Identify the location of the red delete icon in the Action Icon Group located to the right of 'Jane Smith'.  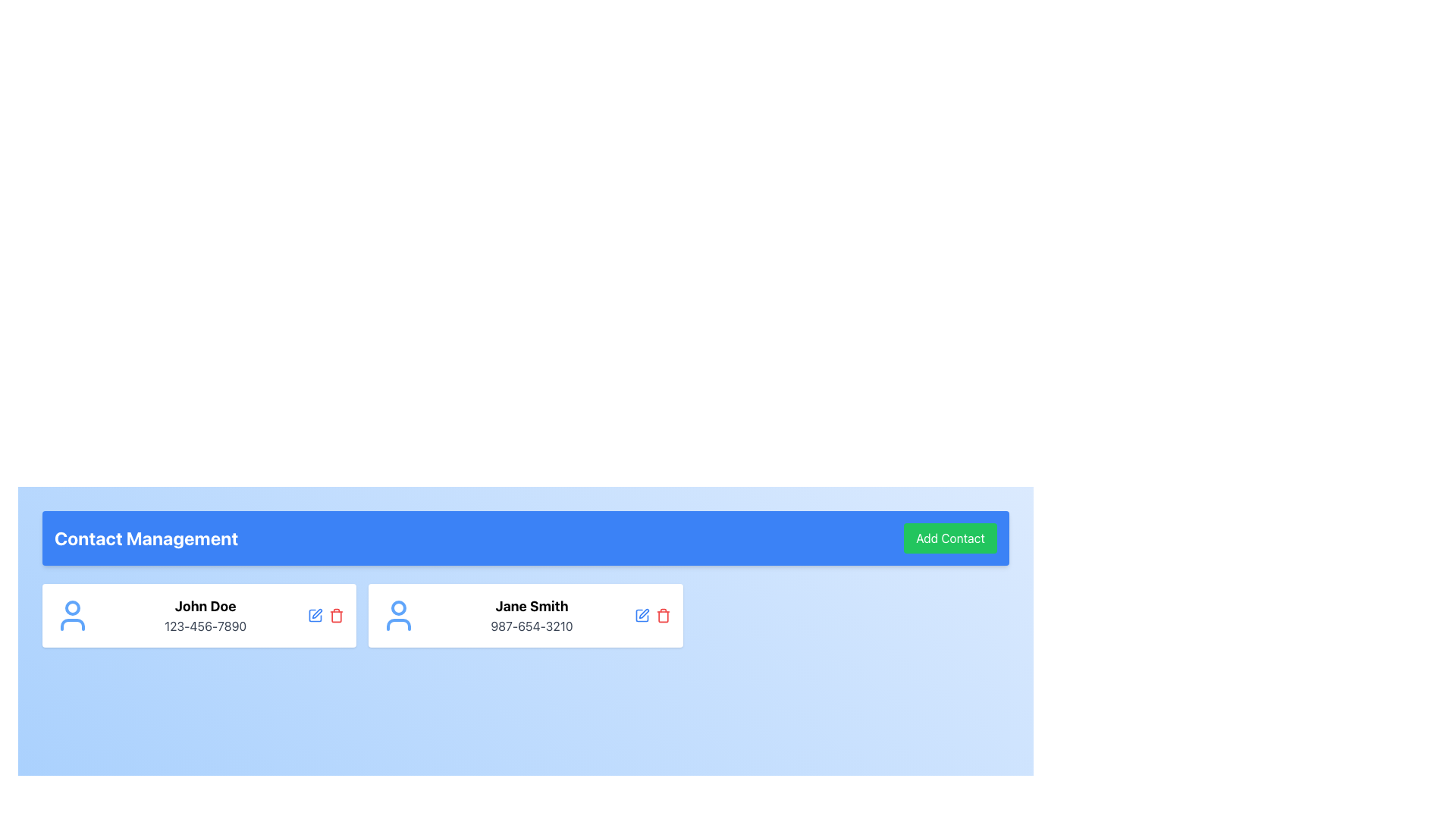
(652, 616).